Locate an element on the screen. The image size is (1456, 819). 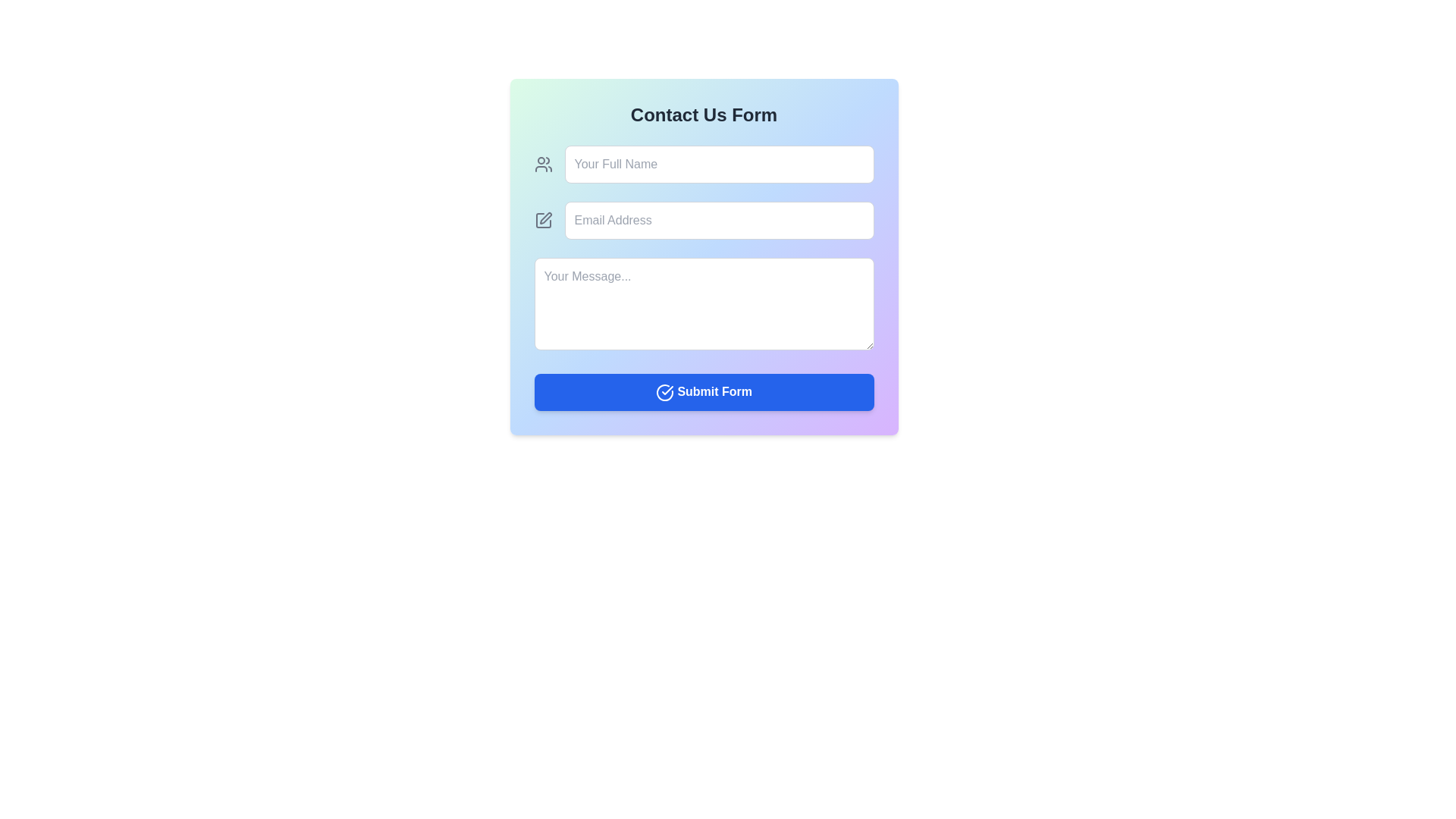
the editing icon located to the left of the email input field in the contact form interface is located at coordinates (545, 218).